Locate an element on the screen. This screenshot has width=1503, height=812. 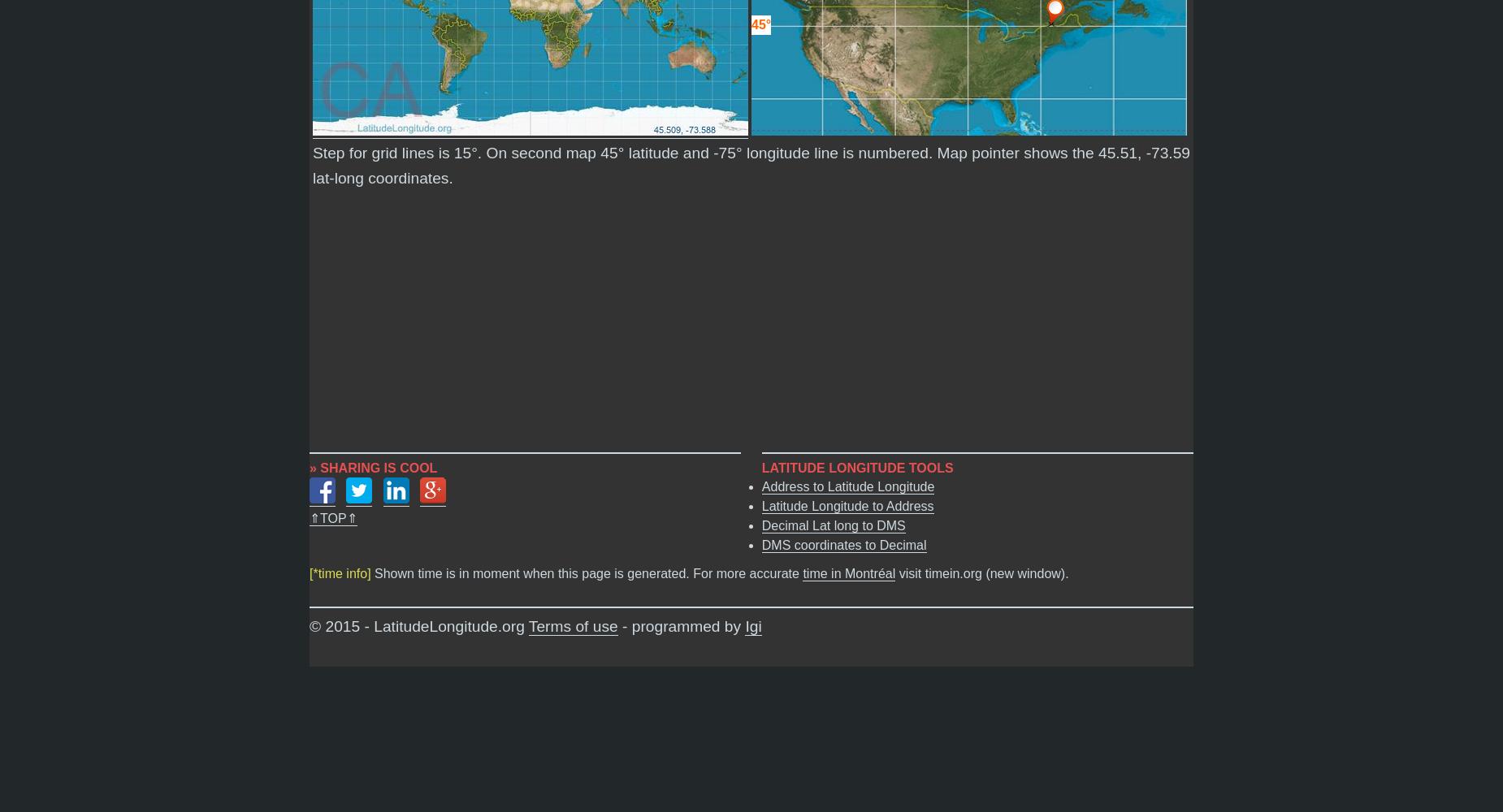
'visit timein.org (new window).' is located at coordinates (894, 572).